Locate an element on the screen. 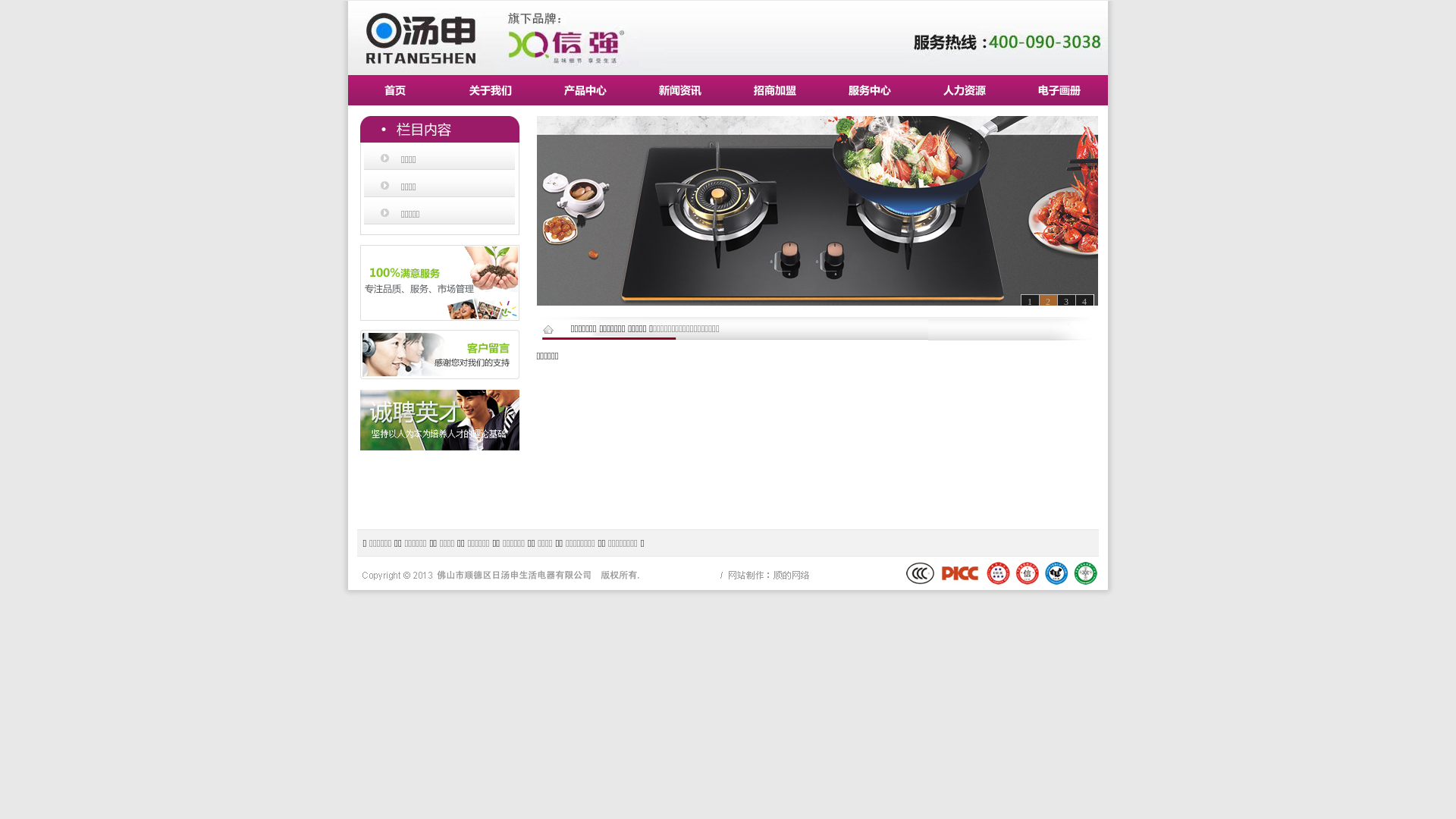 This screenshot has height=819, width=1456. '3' is located at coordinates (1056, 301).